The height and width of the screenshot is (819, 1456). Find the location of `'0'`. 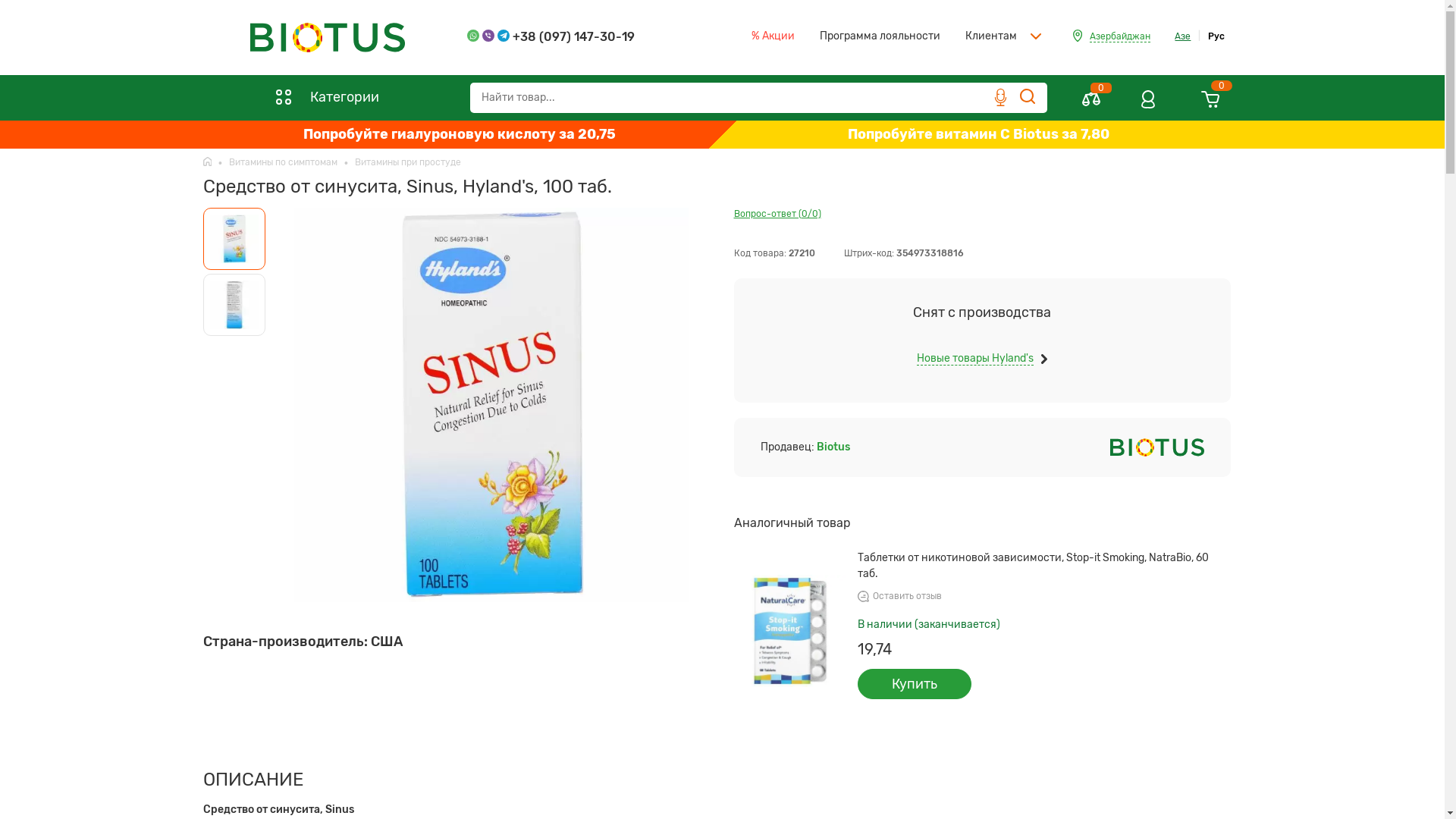

'0' is located at coordinates (1090, 104).